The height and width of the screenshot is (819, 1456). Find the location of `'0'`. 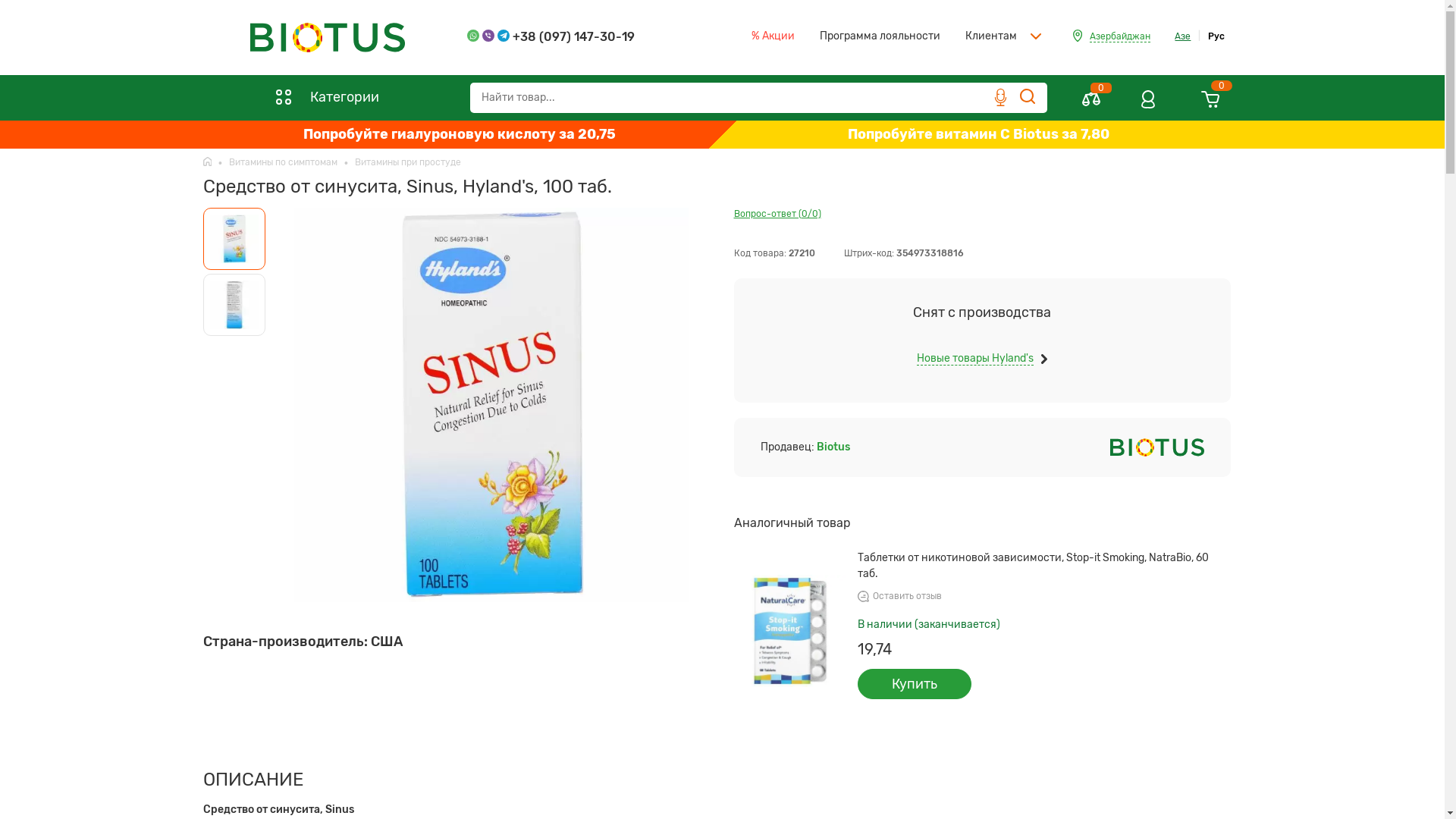

'0' is located at coordinates (1090, 104).